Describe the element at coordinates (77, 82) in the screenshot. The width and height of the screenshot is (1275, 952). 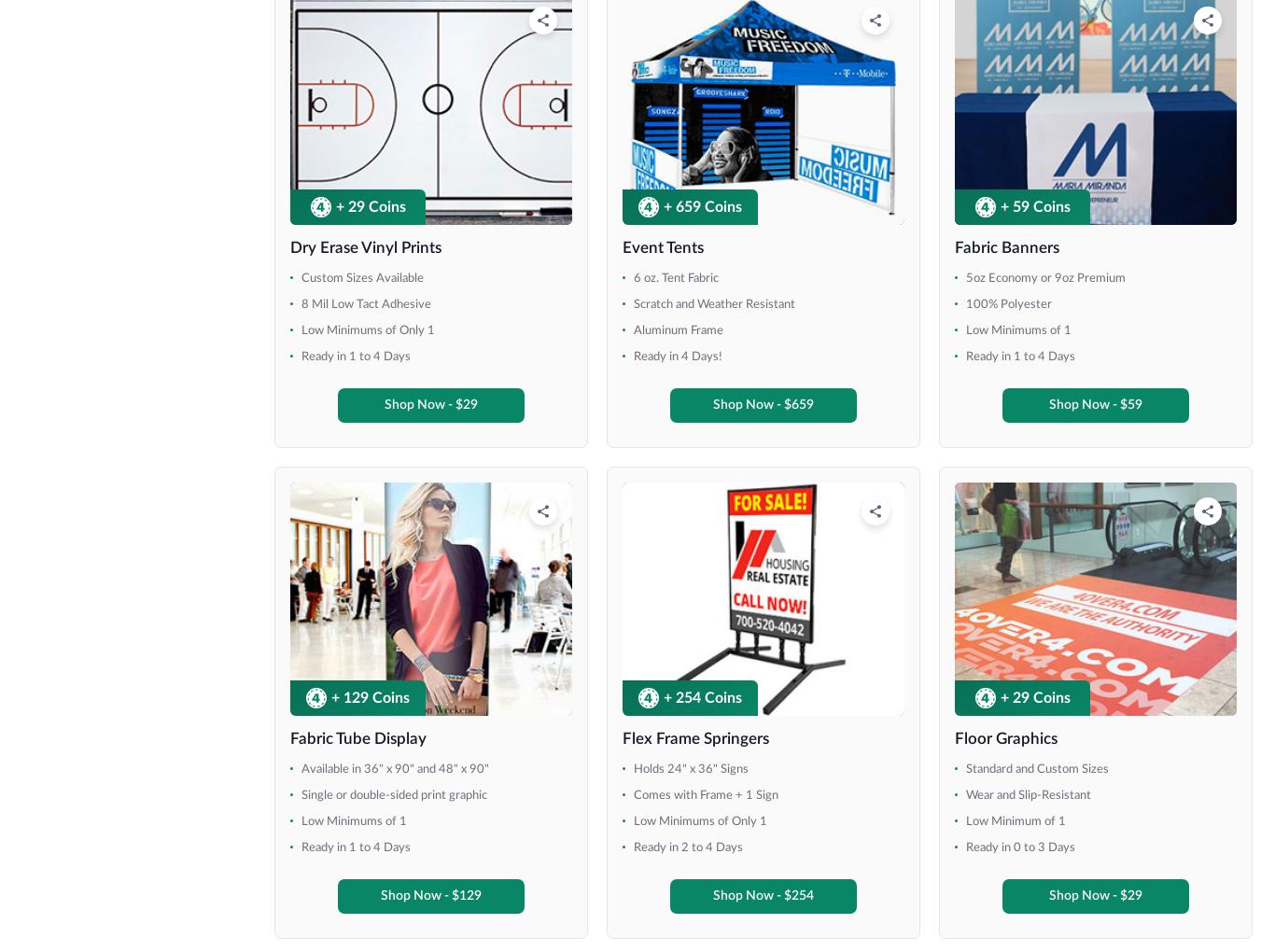
I see `'48" x 48"'` at that location.